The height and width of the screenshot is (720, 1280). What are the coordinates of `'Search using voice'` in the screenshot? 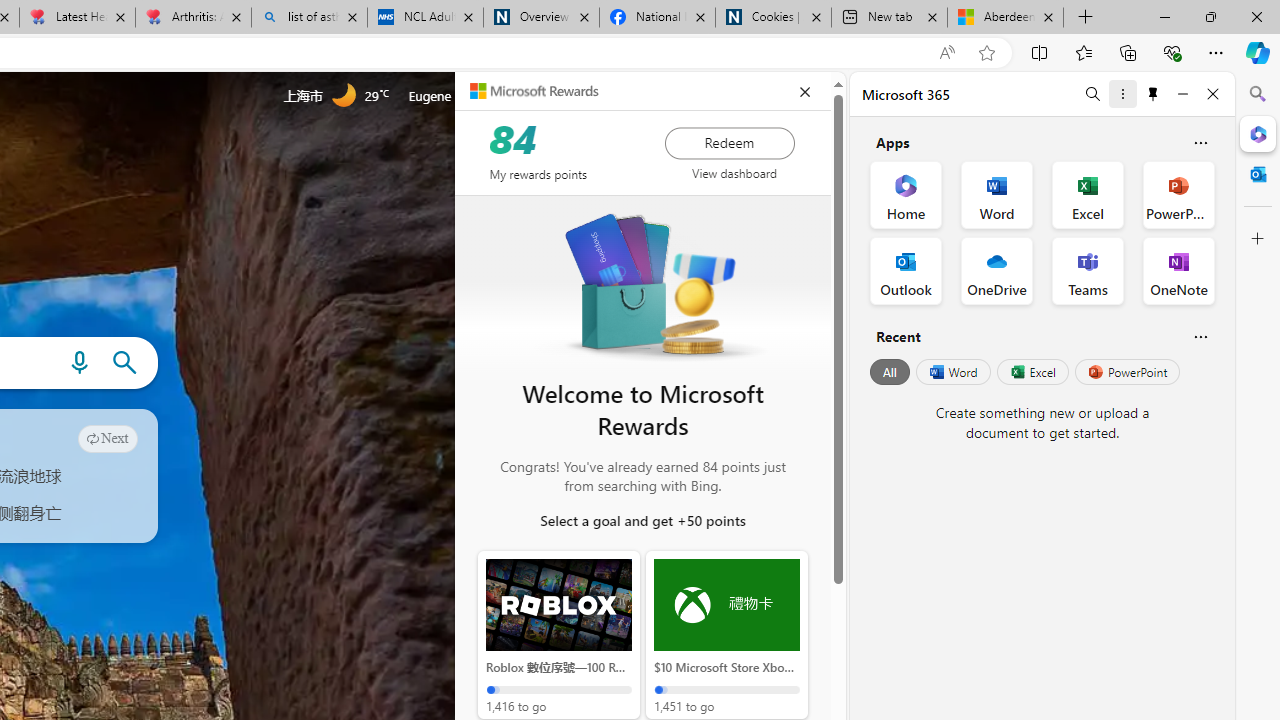 It's located at (79, 363).